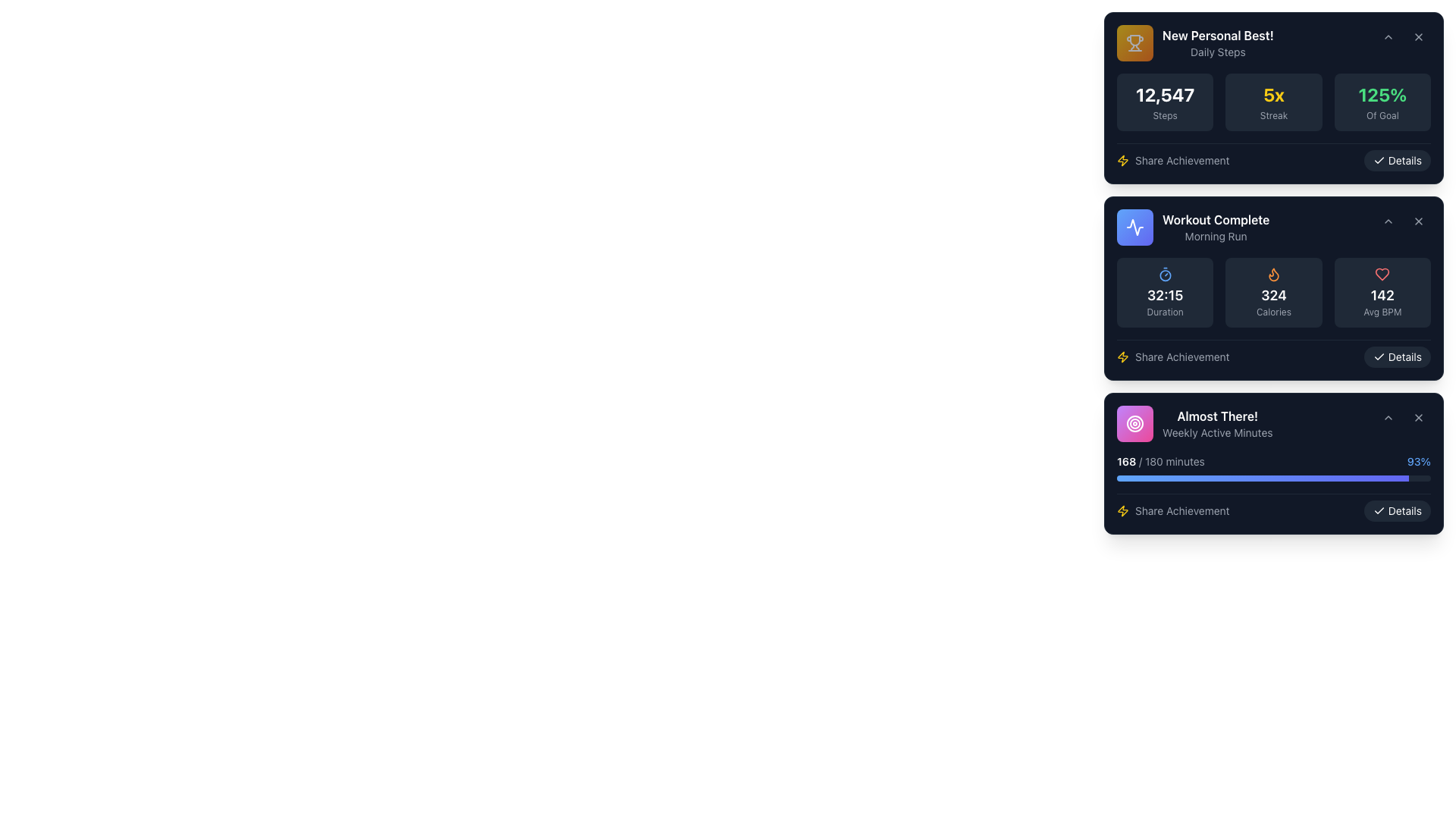 The width and height of the screenshot is (1456, 819). Describe the element at coordinates (1274, 102) in the screenshot. I see `the static informational panel that displays a 5x multiplier streak, located in the second column of the grid layout` at that location.